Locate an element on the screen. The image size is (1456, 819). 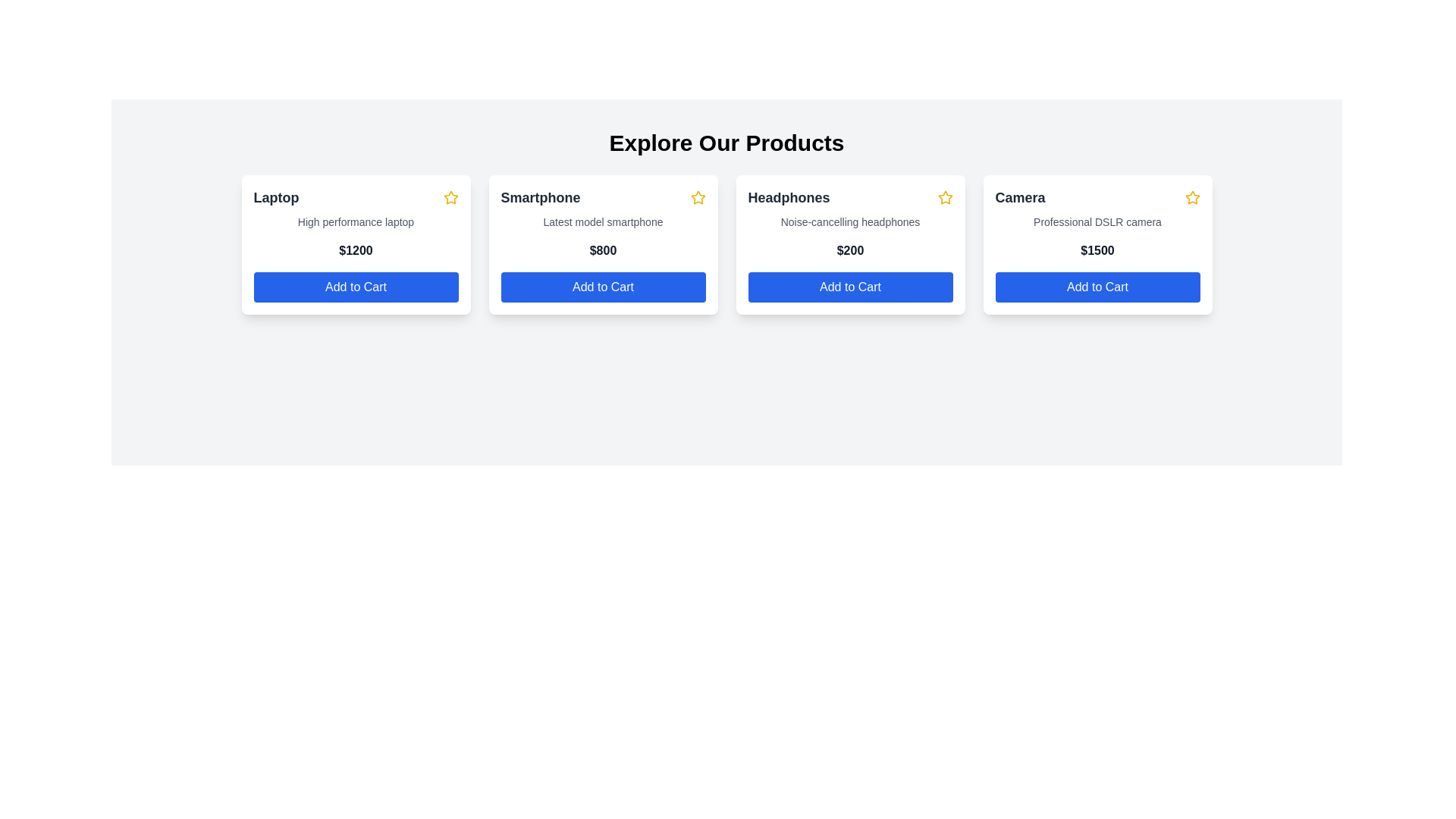
the Text Label that serves as the title for the product in the card layout under 'Explore Our Products' for accessibility is located at coordinates (276, 197).